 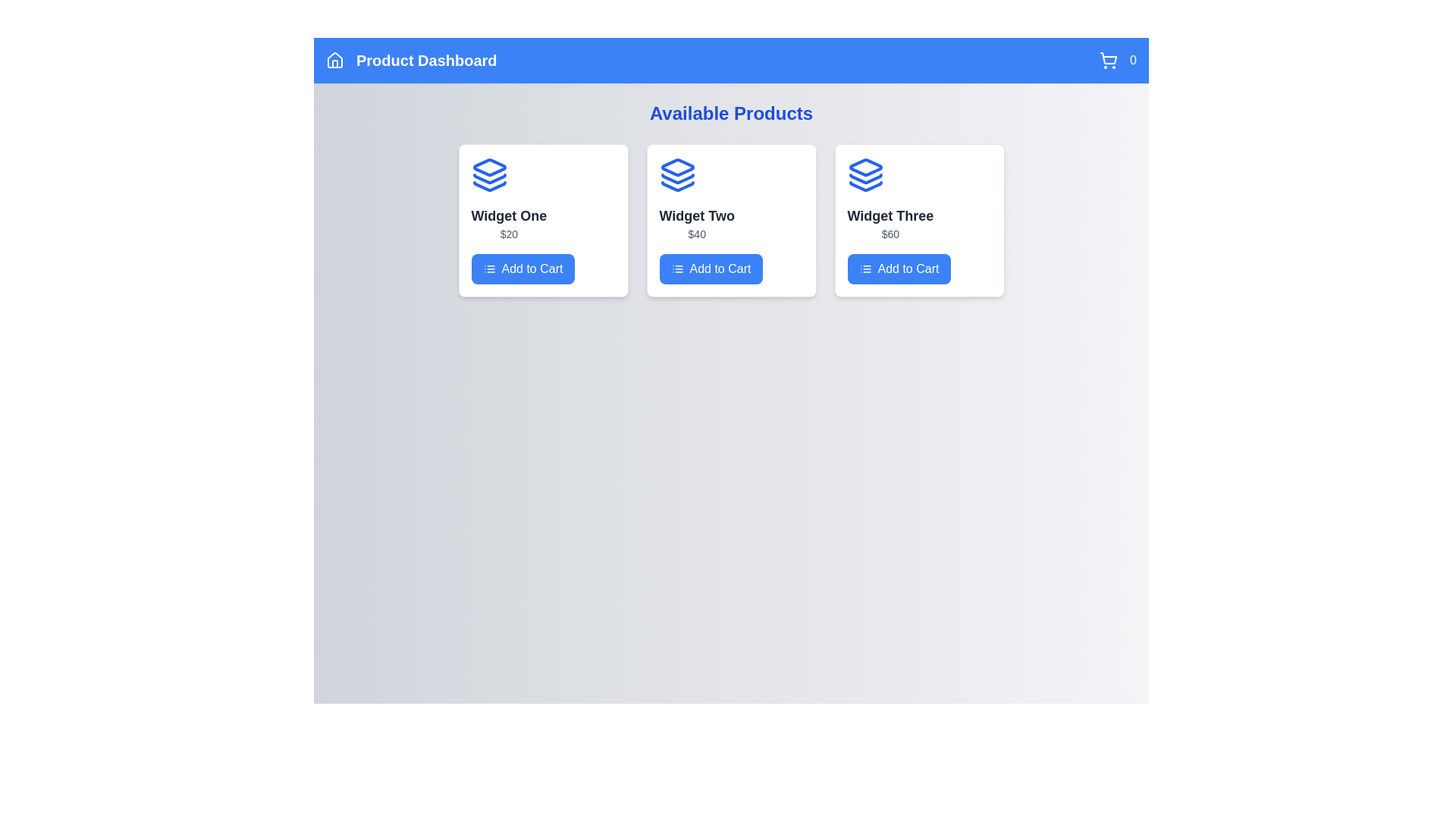 What do you see at coordinates (899, 268) in the screenshot?
I see `the 'Add to Cart' button with a blue background and white text located in the card titled 'Widget Three' below the price label '$60'` at bounding box center [899, 268].